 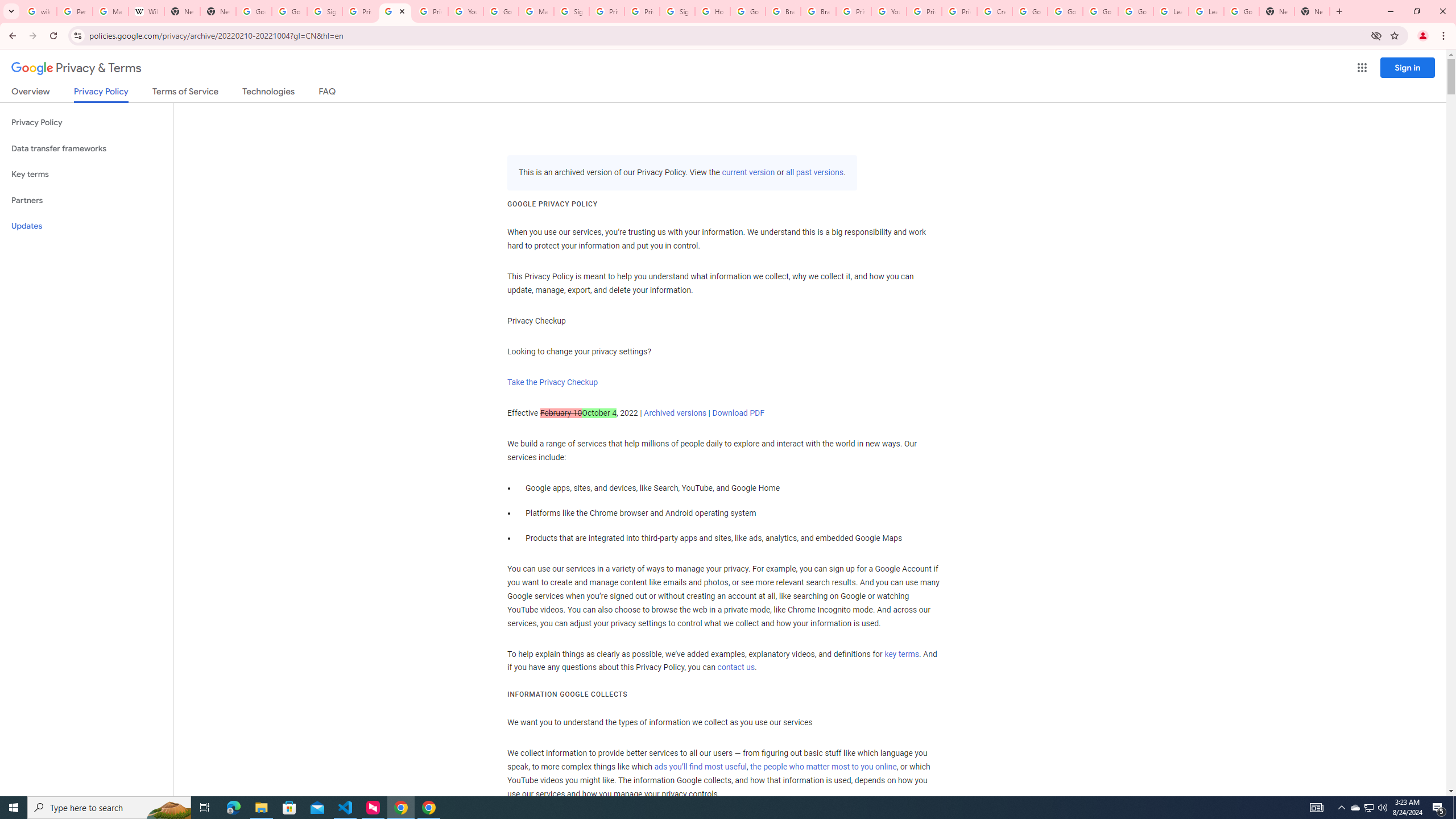 What do you see at coordinates (737, 412) in the screenshot?
I see `'Download PDF'` at bounding box center [737, 412].